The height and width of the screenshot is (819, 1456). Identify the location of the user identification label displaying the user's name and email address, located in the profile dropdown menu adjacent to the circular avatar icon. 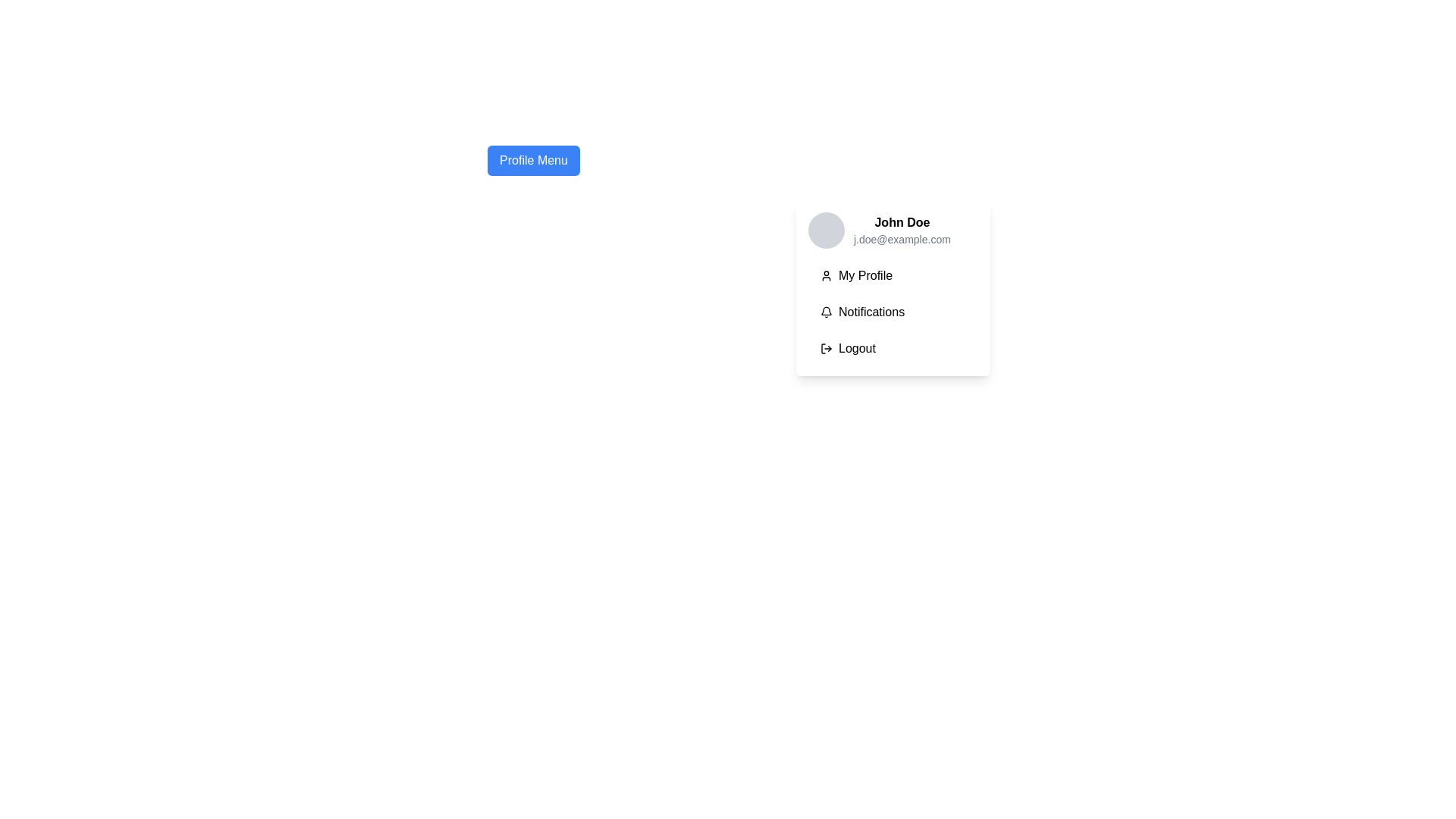
(902, 231).